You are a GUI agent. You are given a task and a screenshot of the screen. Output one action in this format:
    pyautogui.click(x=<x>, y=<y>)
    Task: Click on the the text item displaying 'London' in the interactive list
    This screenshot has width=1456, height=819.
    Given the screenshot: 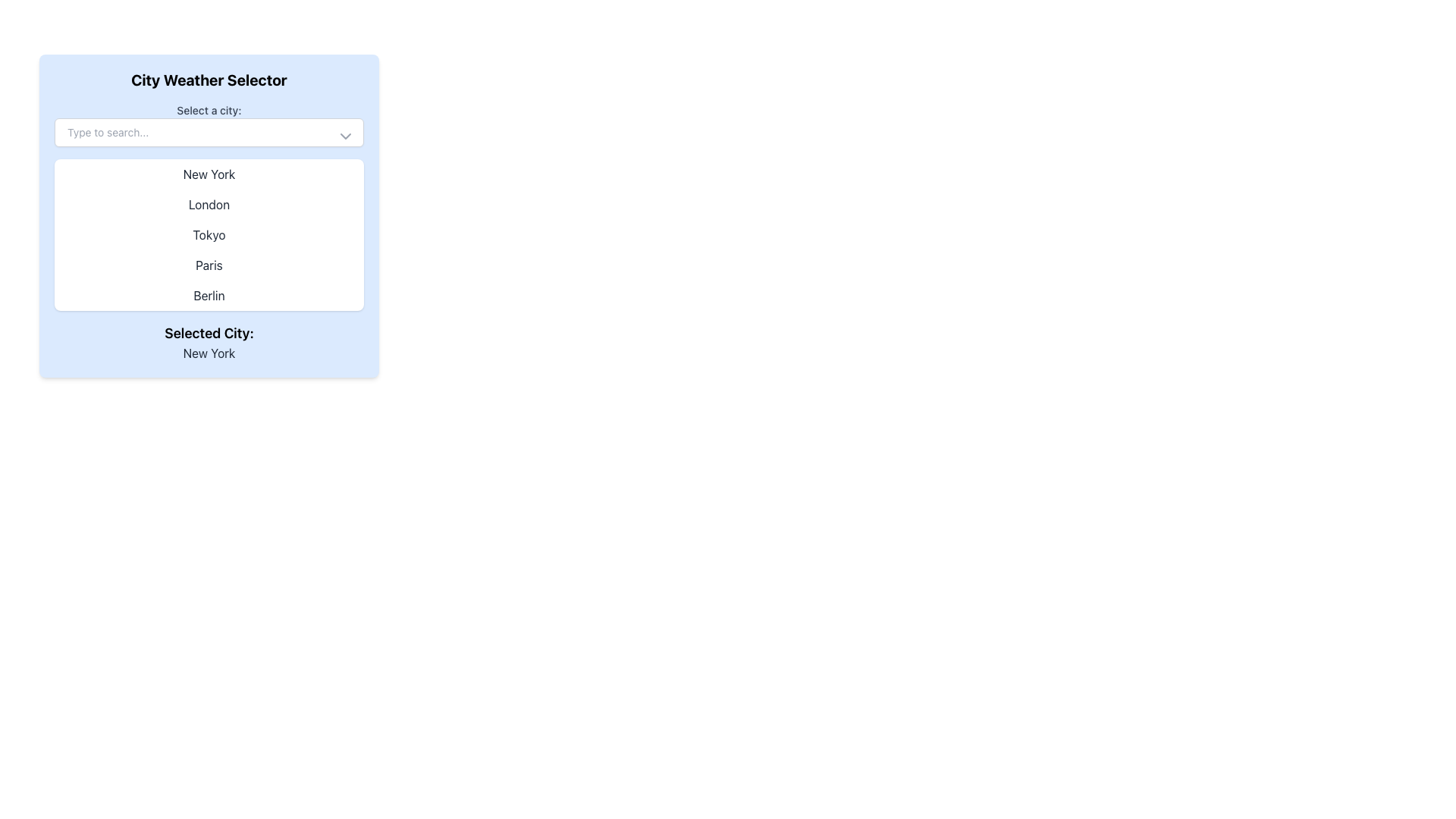 What is the action you would take?
    pyautogui.click(x=208, y=205)
    